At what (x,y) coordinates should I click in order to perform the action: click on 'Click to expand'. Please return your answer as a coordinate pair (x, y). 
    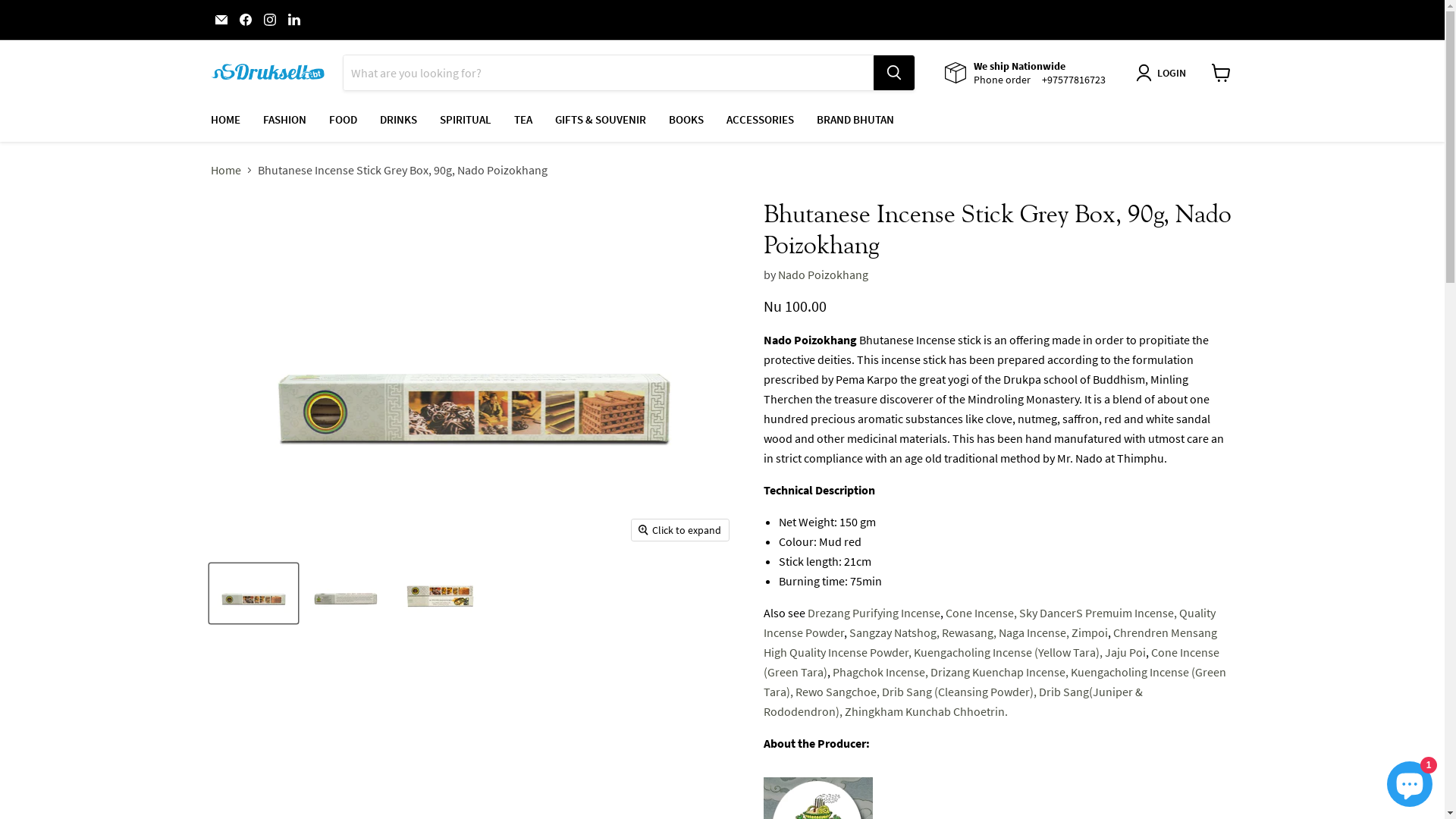
    Looking at the image, I should click on (632, 529).